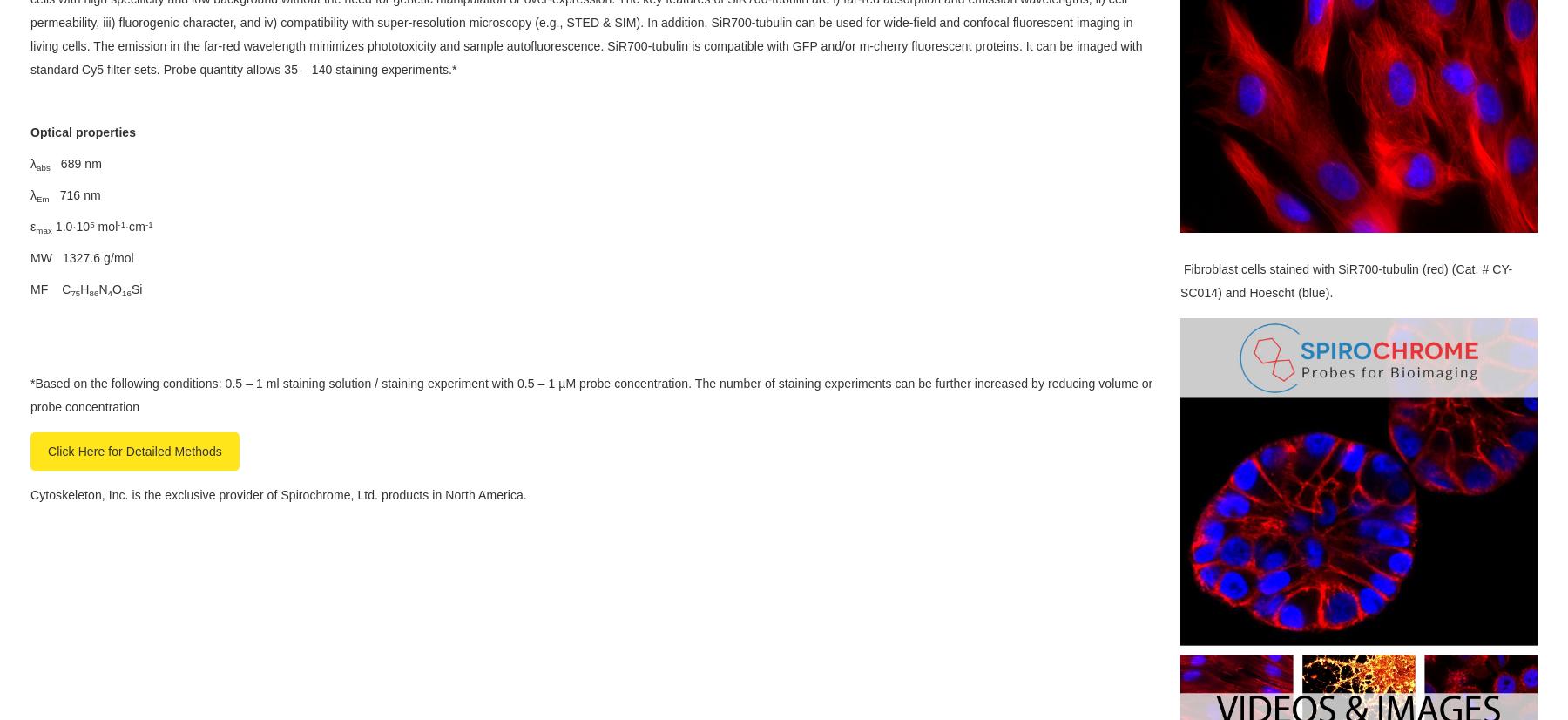 This screenshot has width=1568, height=720. What do you see at coordinates (103, 288) in the screenshot?
I see `'N'` at bounding box center [103, 288].